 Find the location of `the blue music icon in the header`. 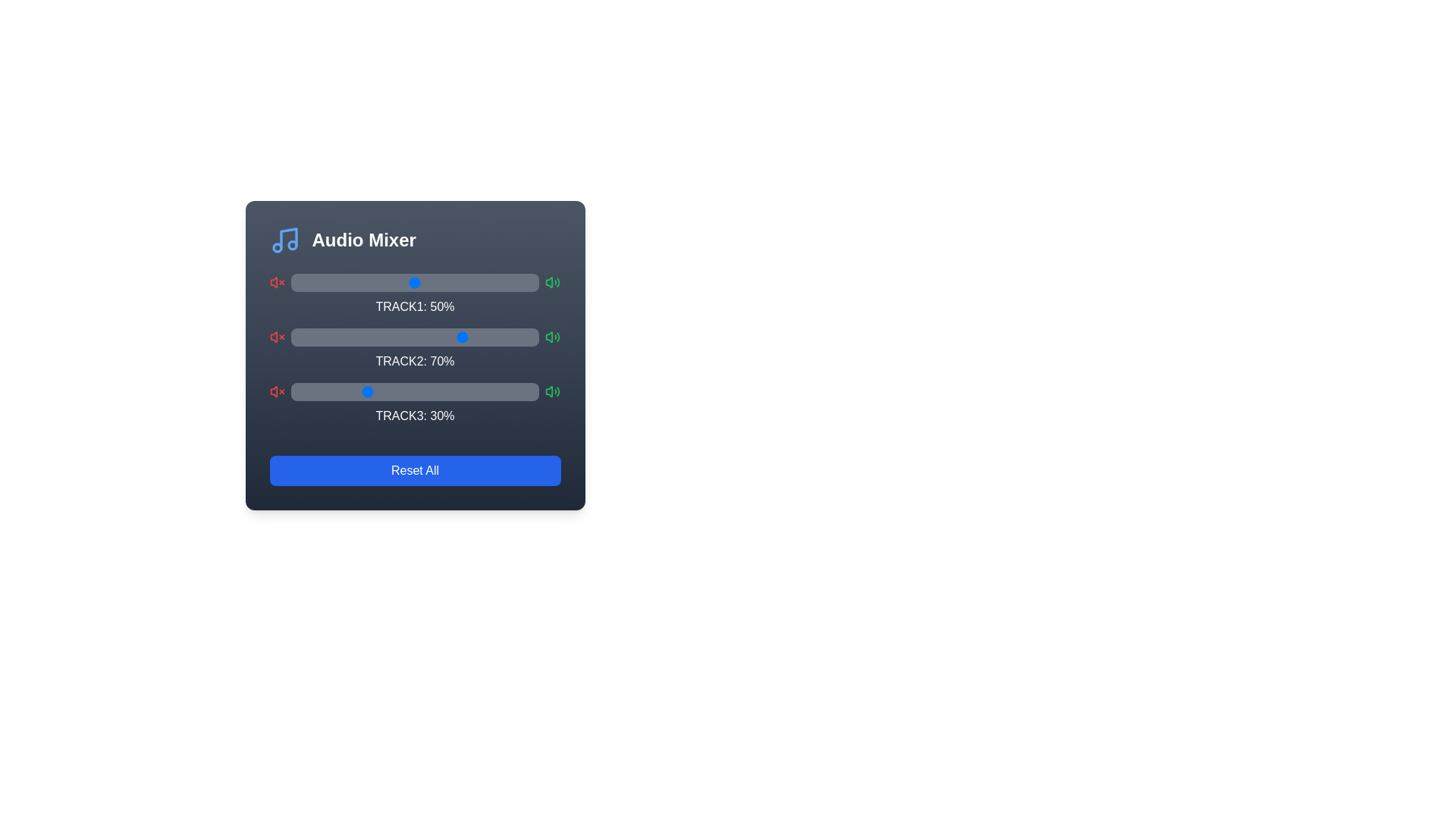

the blue music icon in the header is located at coordinates (284, 239).